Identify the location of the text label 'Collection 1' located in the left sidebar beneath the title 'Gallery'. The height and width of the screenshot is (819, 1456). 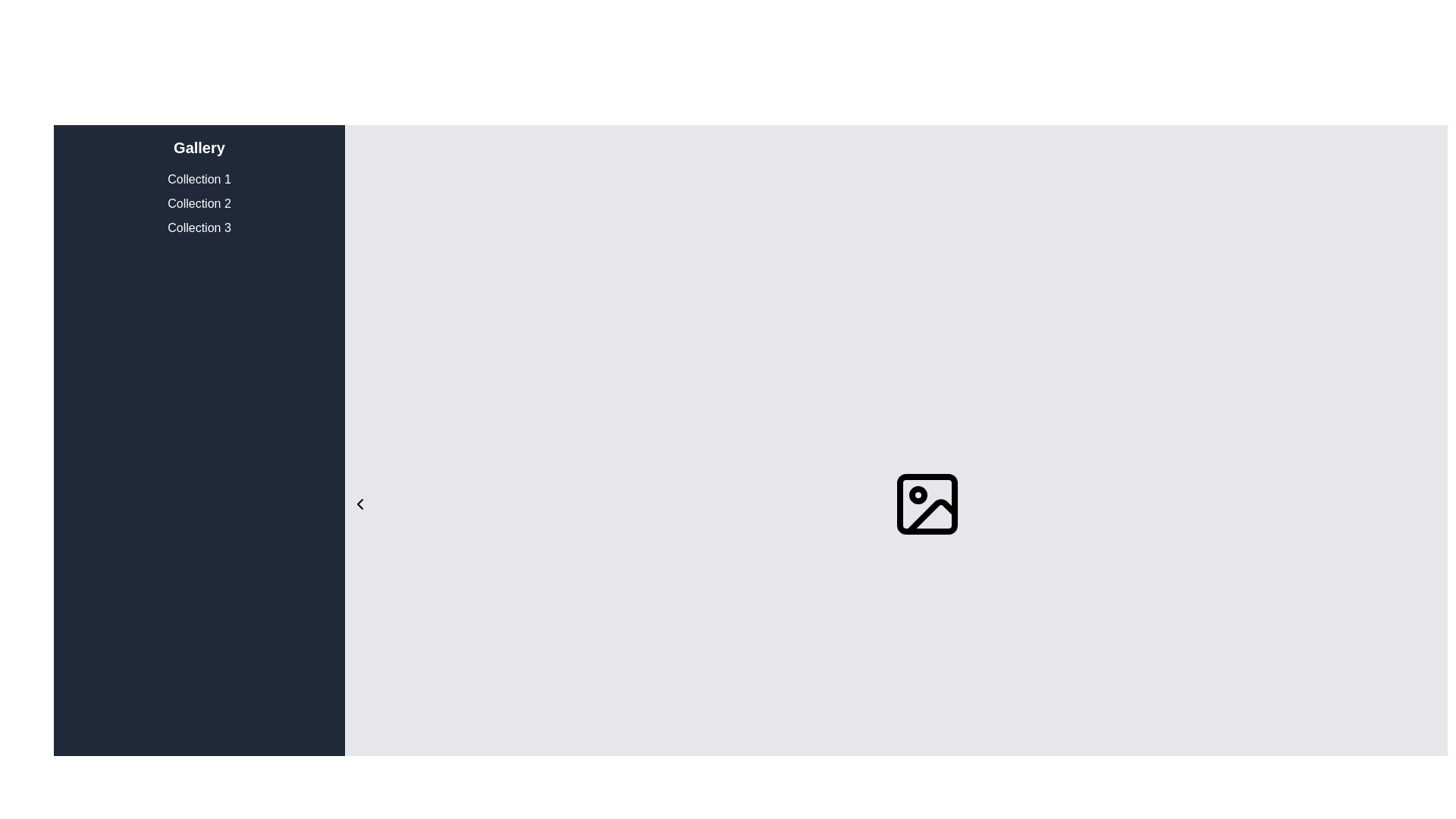
(199, 178).